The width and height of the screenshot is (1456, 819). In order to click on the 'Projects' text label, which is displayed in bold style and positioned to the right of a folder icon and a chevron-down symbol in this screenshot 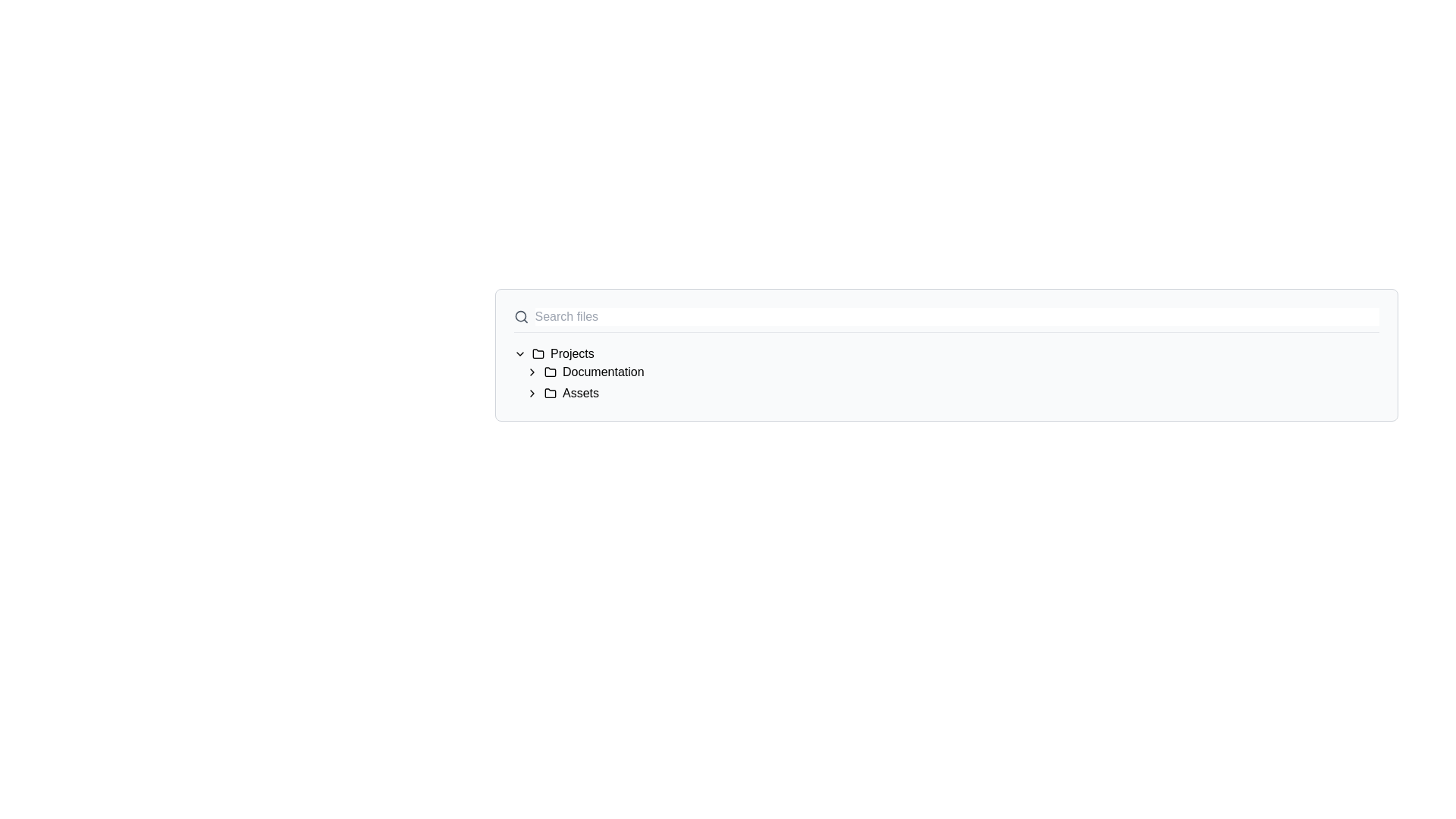, I will do `click(571, 353)`.